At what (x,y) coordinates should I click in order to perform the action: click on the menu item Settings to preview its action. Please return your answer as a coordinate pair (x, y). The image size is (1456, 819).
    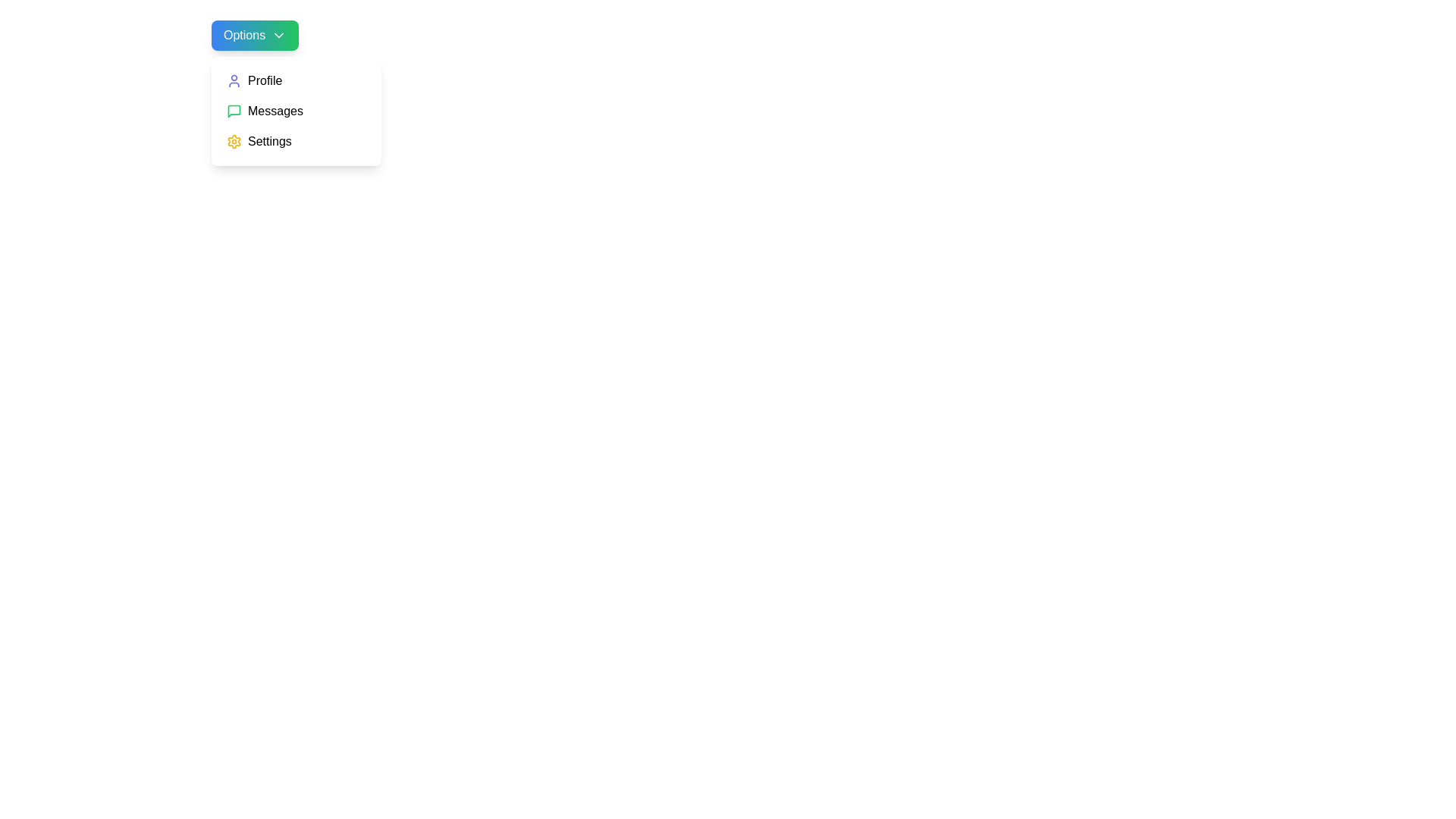
    Looking at the image, I should click on (296, 141).